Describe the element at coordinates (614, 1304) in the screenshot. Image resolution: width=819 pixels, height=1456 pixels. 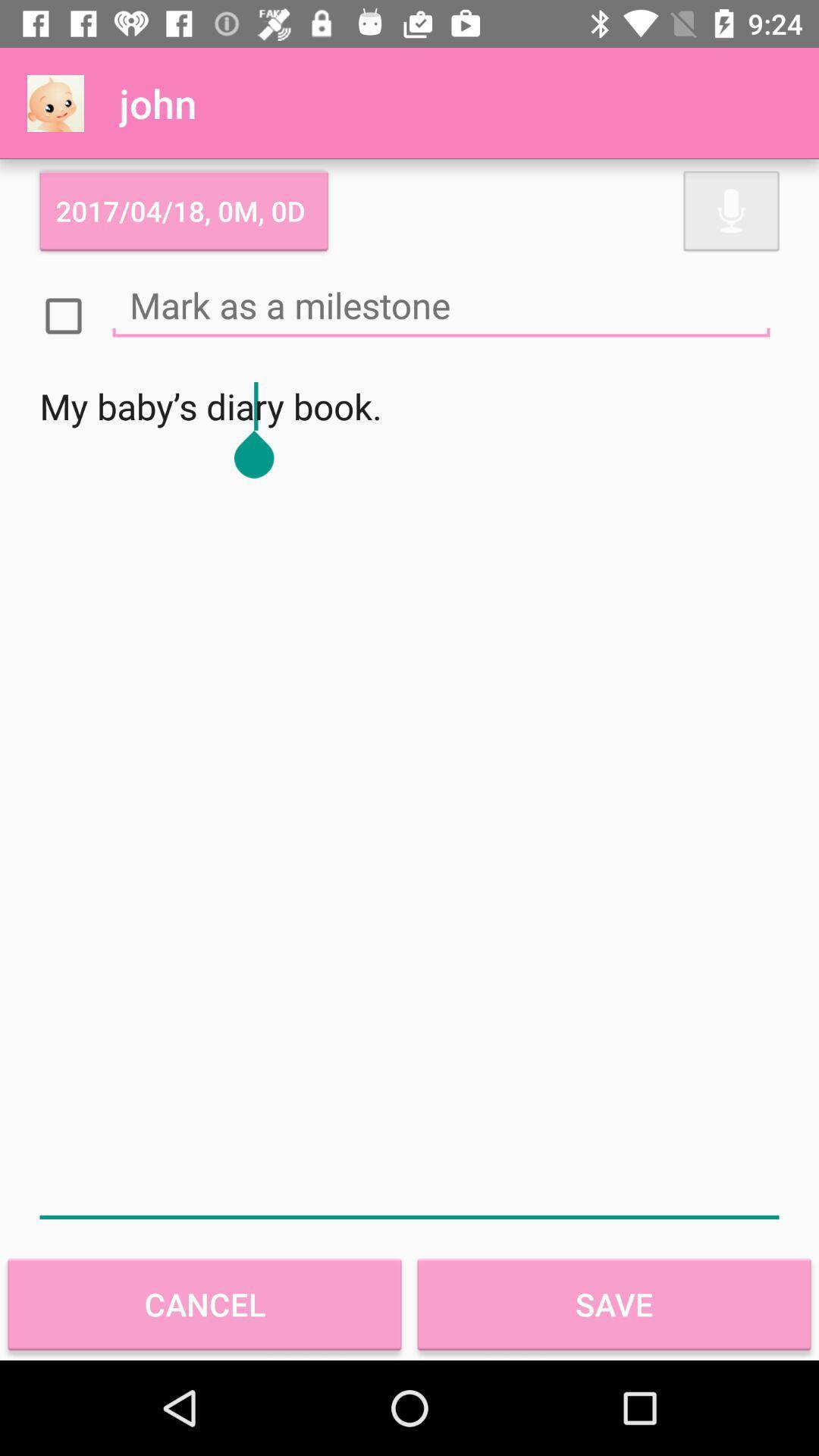
I see `the item below my baby s` at that location.